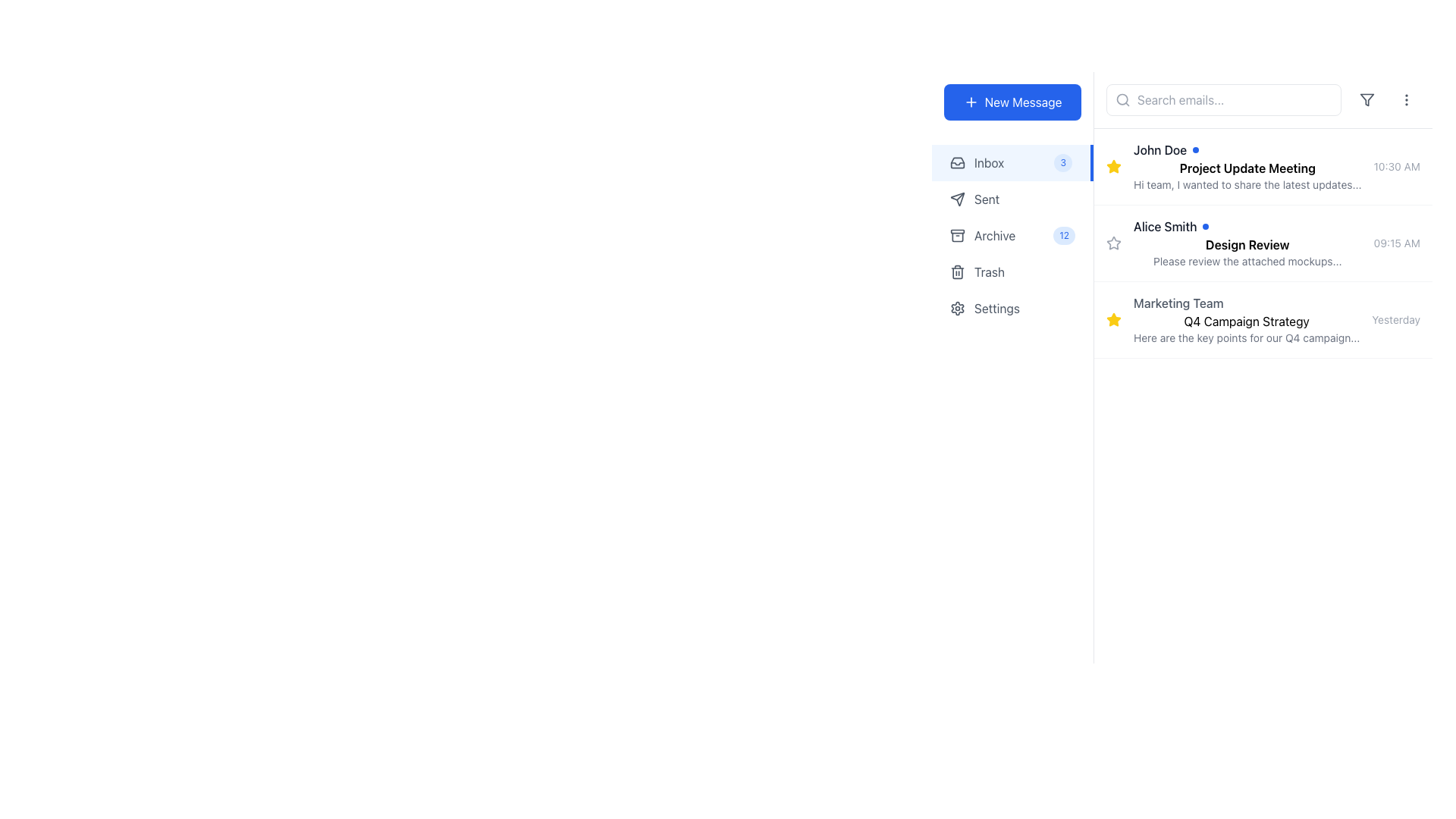  What do you see at coordinates (1062, 163) in the screenshot?
I see `the notification count badge indicating new messages in the 'Inbox' folder, positioned at the far-right of the row` at bounding box center [1062, 163].